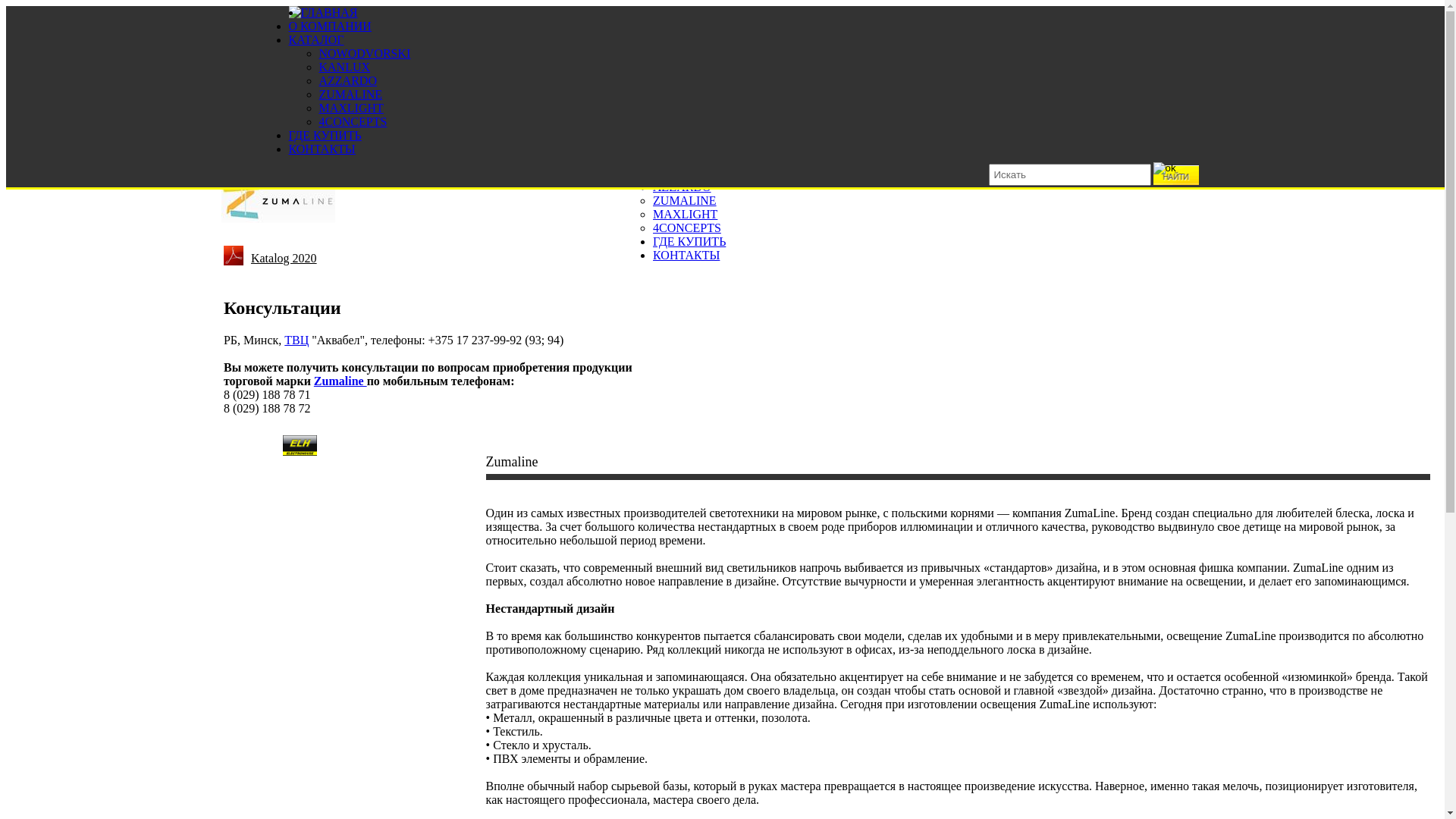 The height and width of the screenshot is (819, 1456). Describe the element at coordinates (680, 186) in the screenshot. I see `'AZZARDO'` at that location.